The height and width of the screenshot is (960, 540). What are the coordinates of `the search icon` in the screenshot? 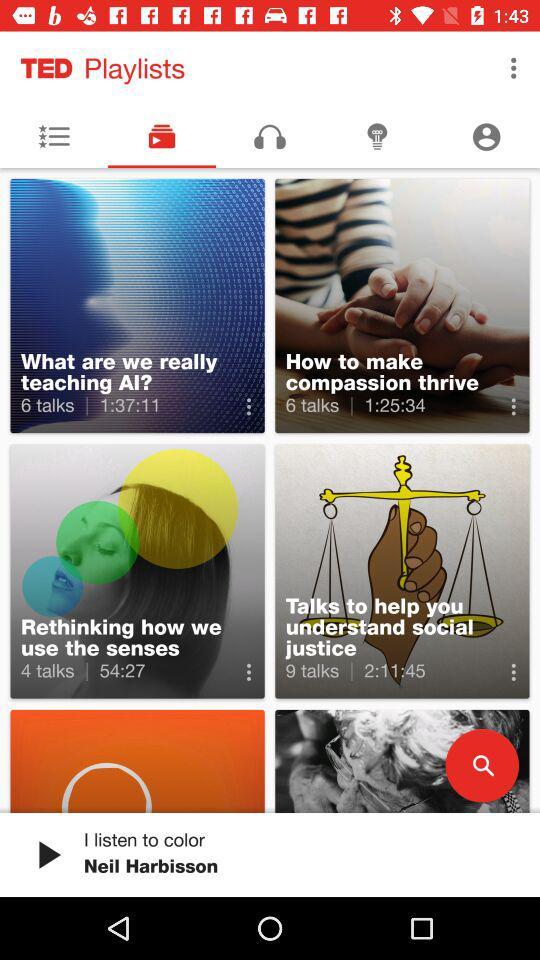 It's located at (481, 764).